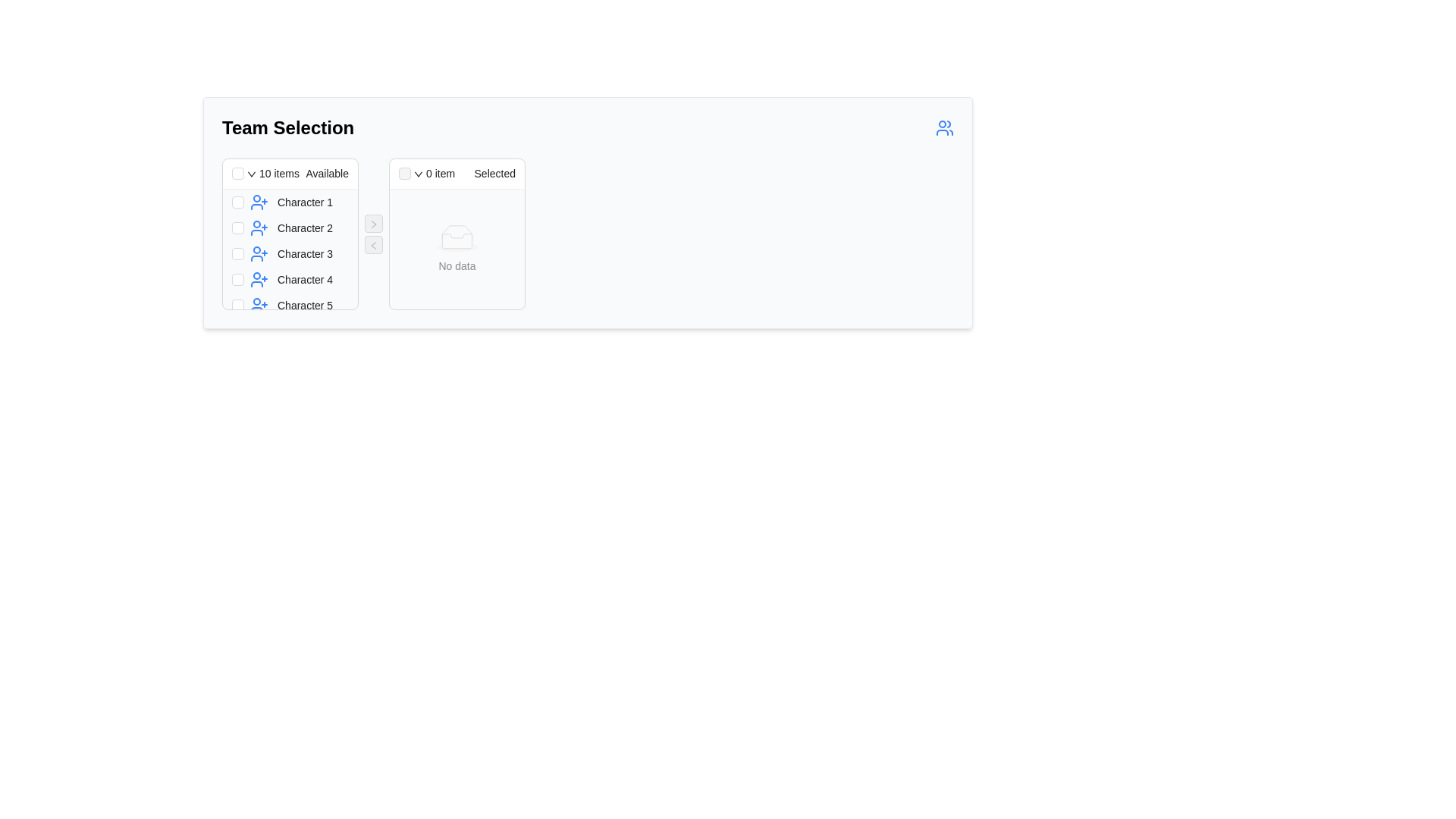 This screenshot has width=1456, height=819. I want to click on the checkbox in the fifth row of the 'Team Selection' interface, so click(290, 305).